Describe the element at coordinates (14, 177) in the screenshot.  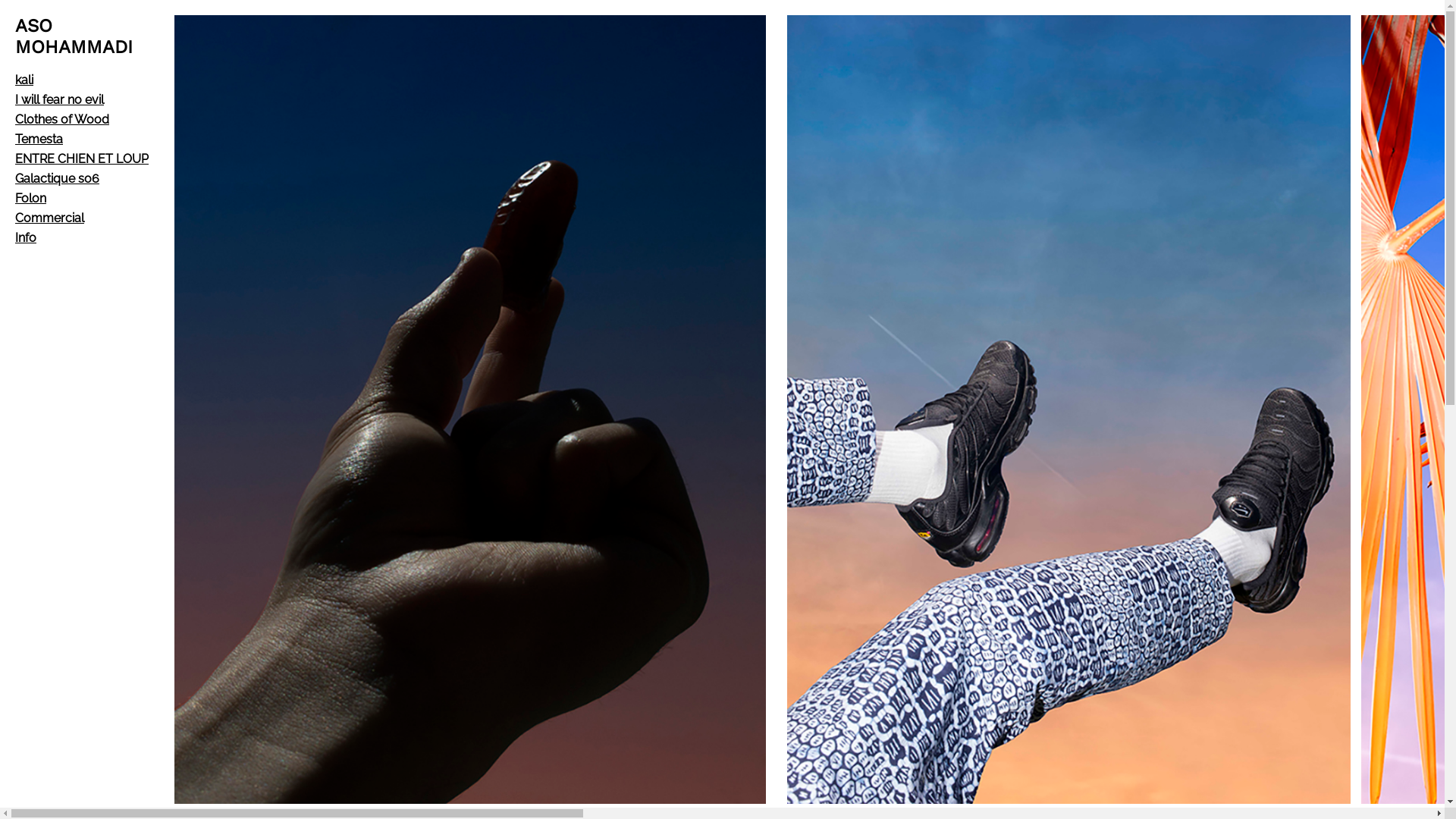
I see `'Galactique so6'` at that location.